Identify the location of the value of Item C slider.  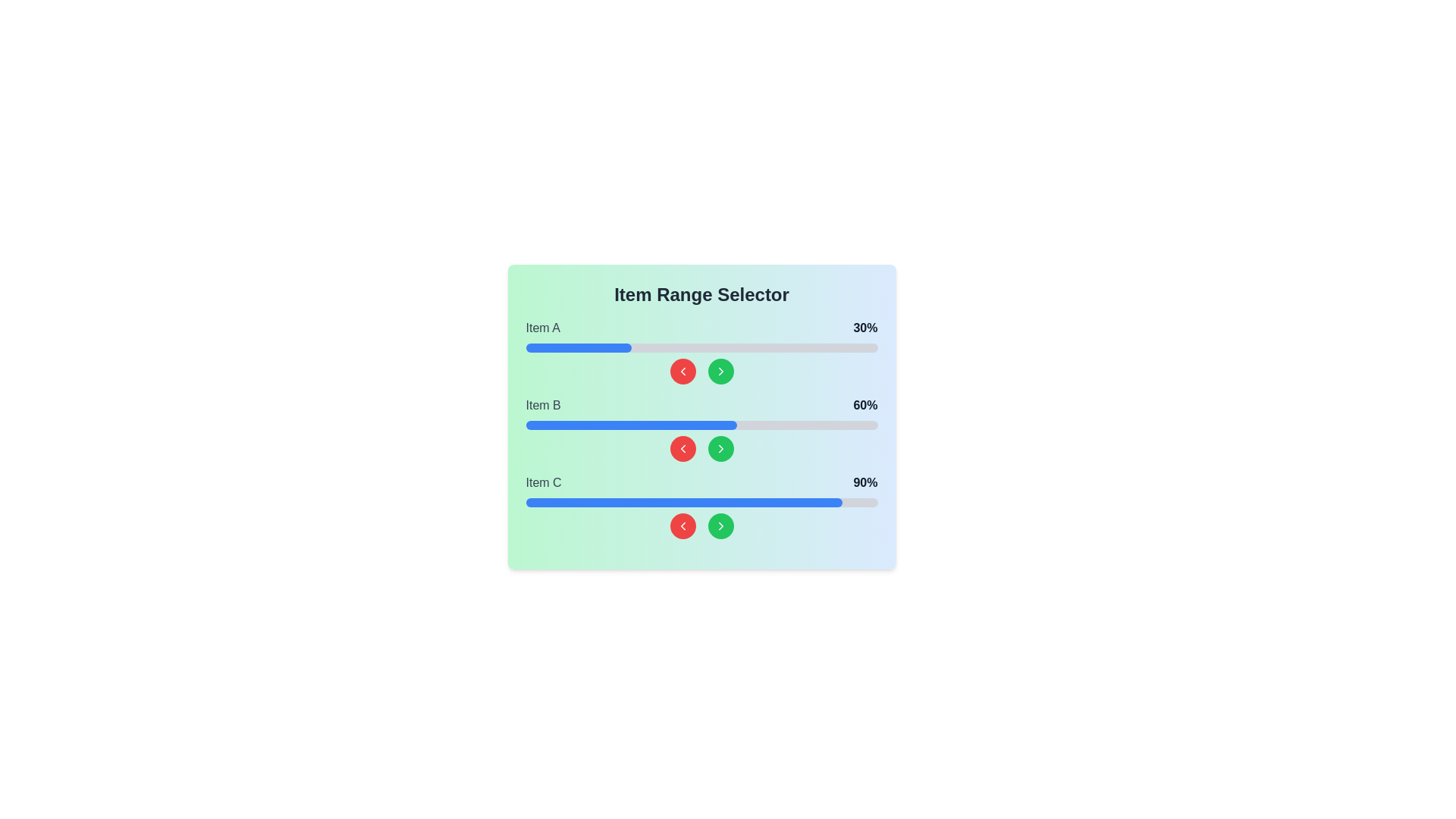
(628, 503).